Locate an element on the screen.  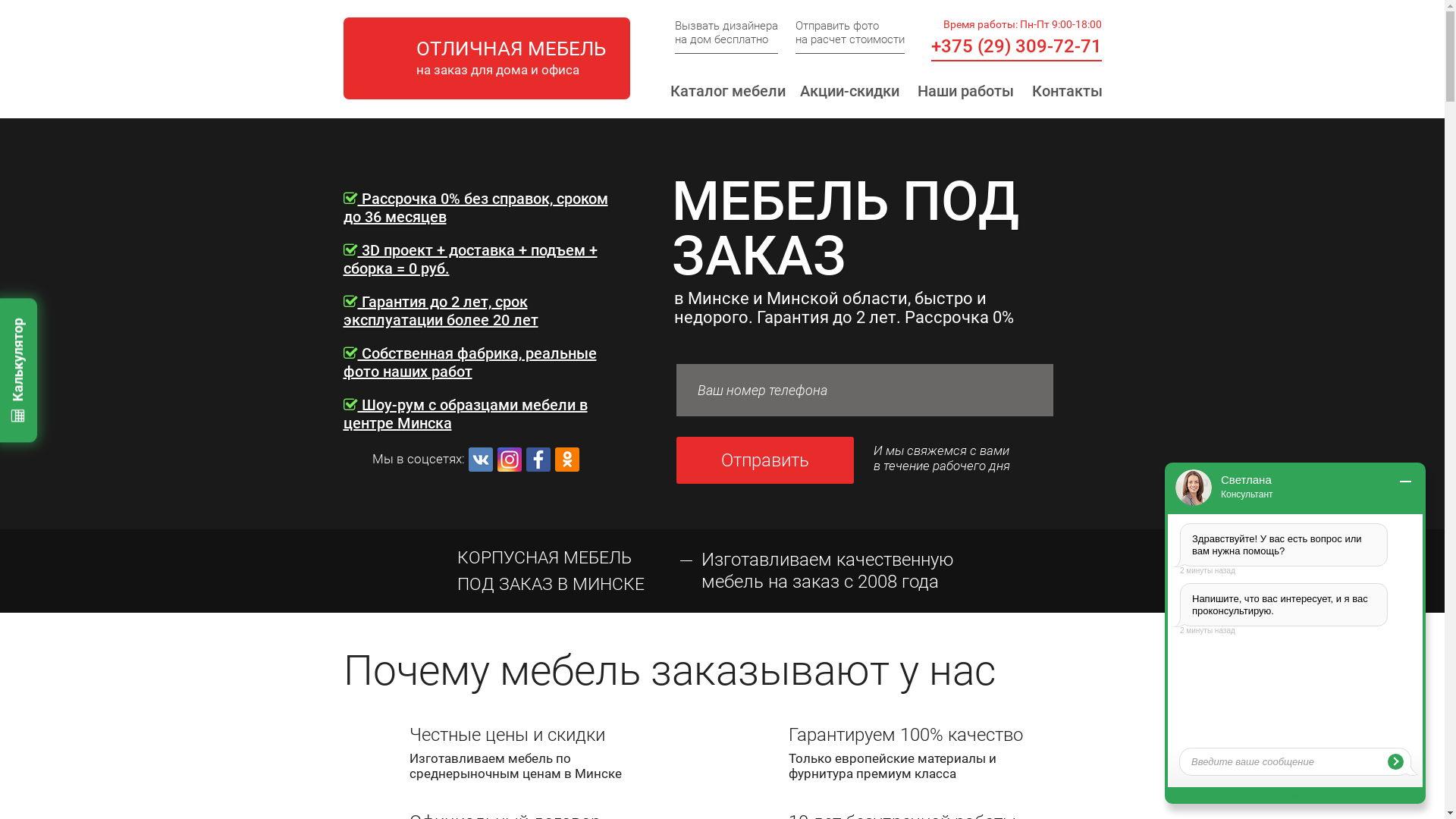
'+375 (29) 309-72-71' is located at coordinates (1016, 45).